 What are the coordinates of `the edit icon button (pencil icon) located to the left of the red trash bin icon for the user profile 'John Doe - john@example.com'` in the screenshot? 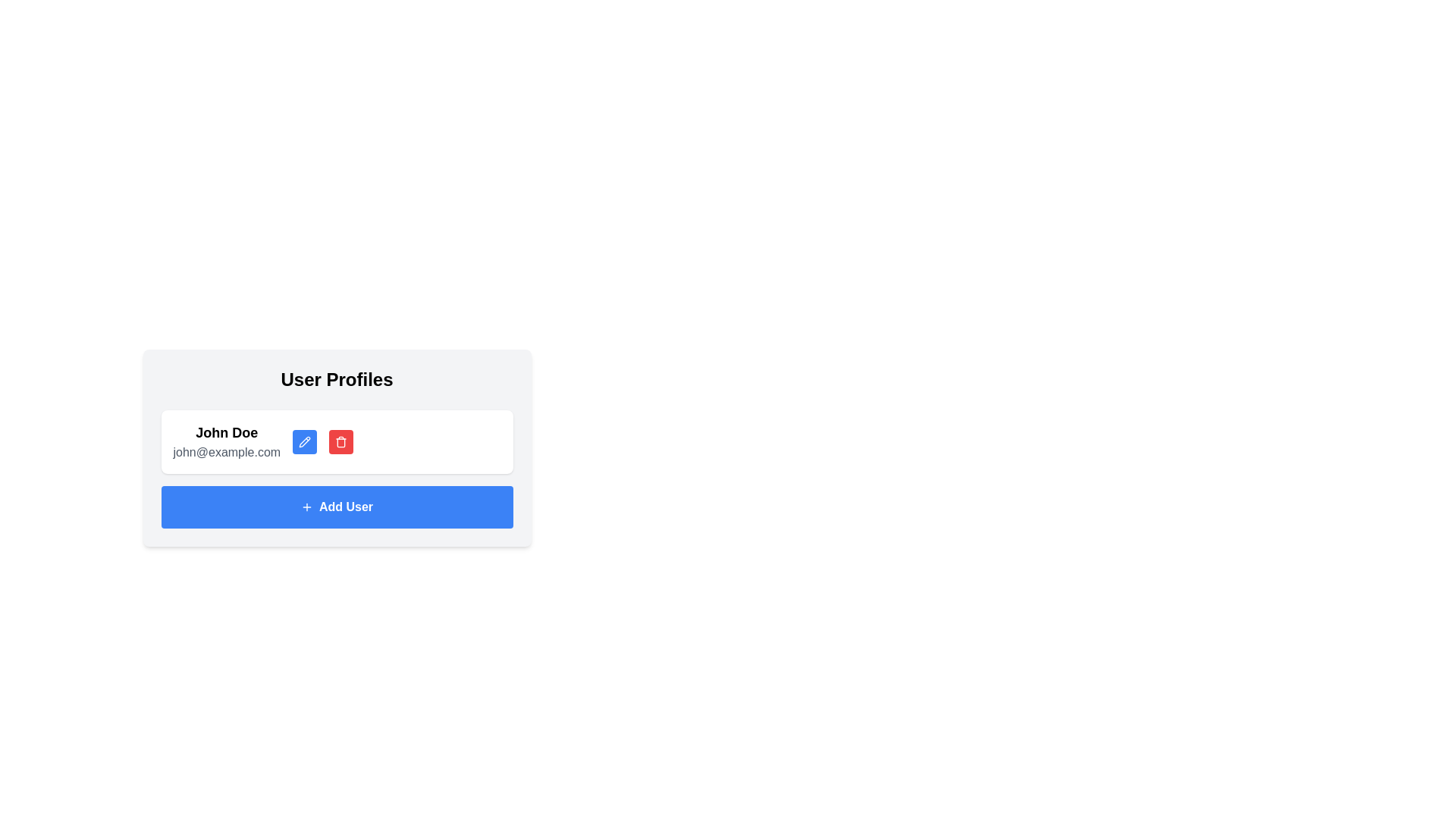 It's located at (304, 441).